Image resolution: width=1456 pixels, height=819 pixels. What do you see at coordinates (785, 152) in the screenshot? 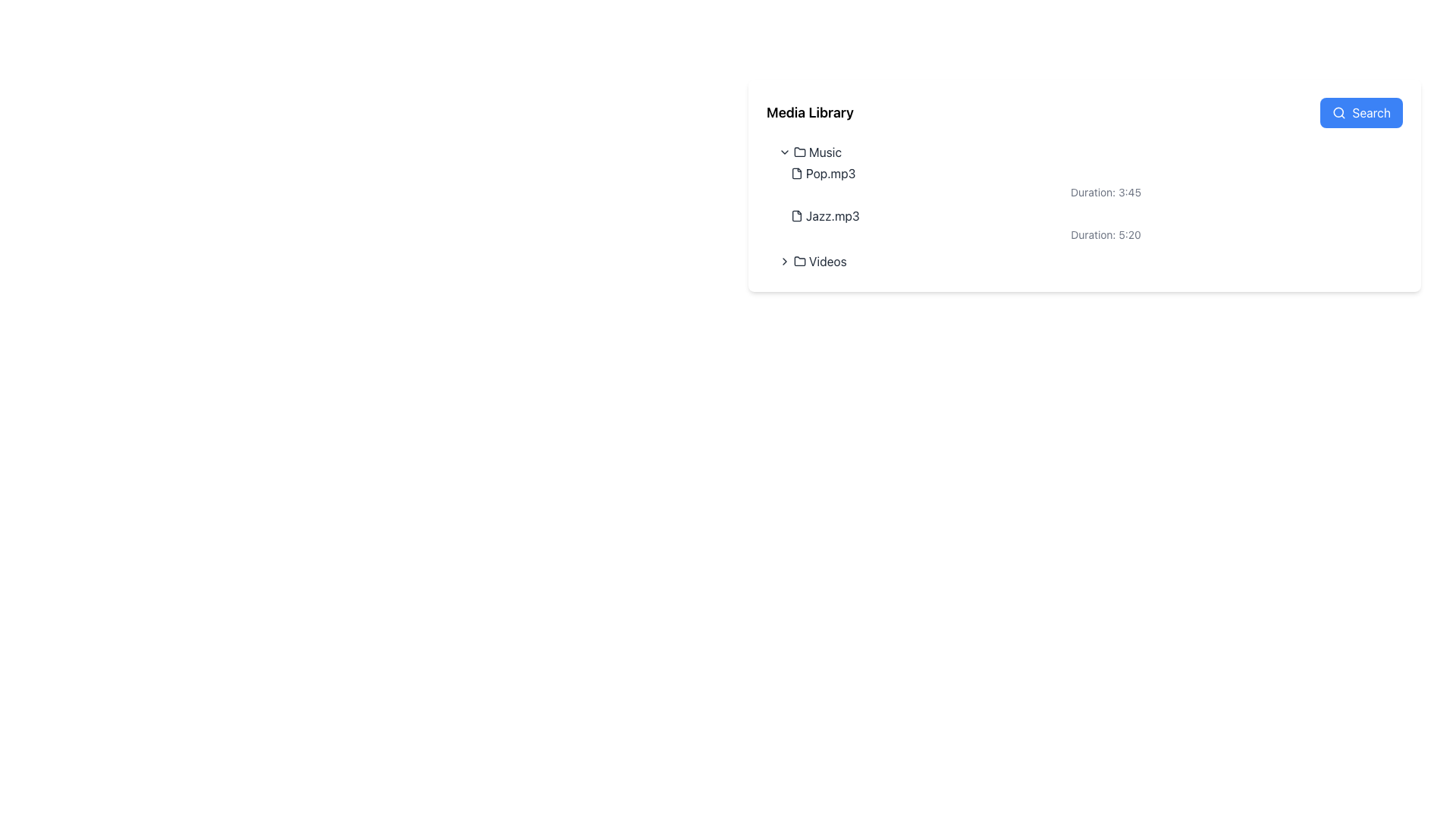
I see `the icon next to the 'Music' label in the 'Media Library' section` at bounding box center [785, 152].